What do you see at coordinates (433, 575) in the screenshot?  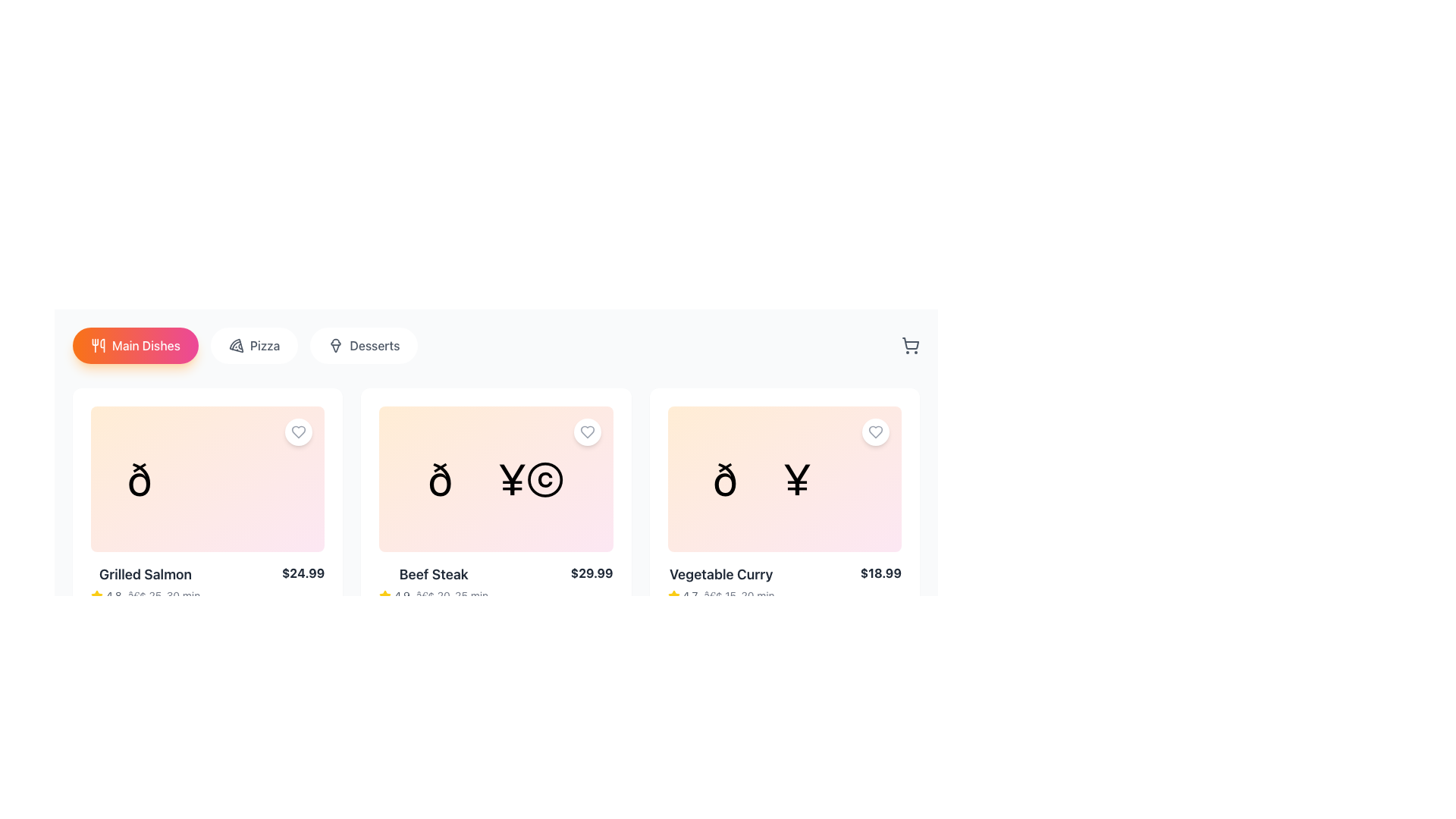 I see `the text label identifying the food item 'Beef Steak', which is centrally located in the second card from the left in a horizontally aligned list of food items` at bounding box center [433, 575].